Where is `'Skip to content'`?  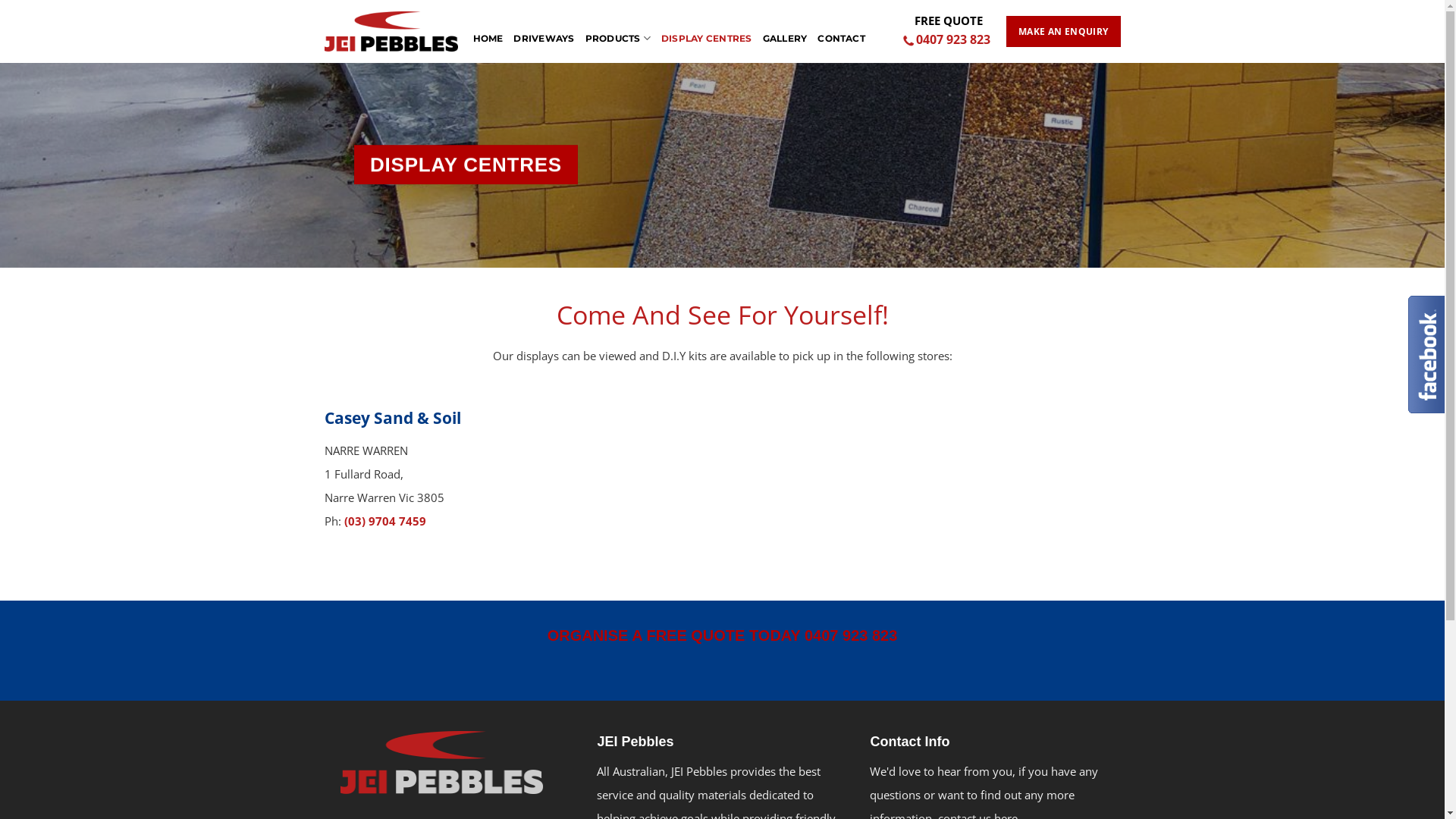 'Skip to content' is located at coordinates (0, 0).